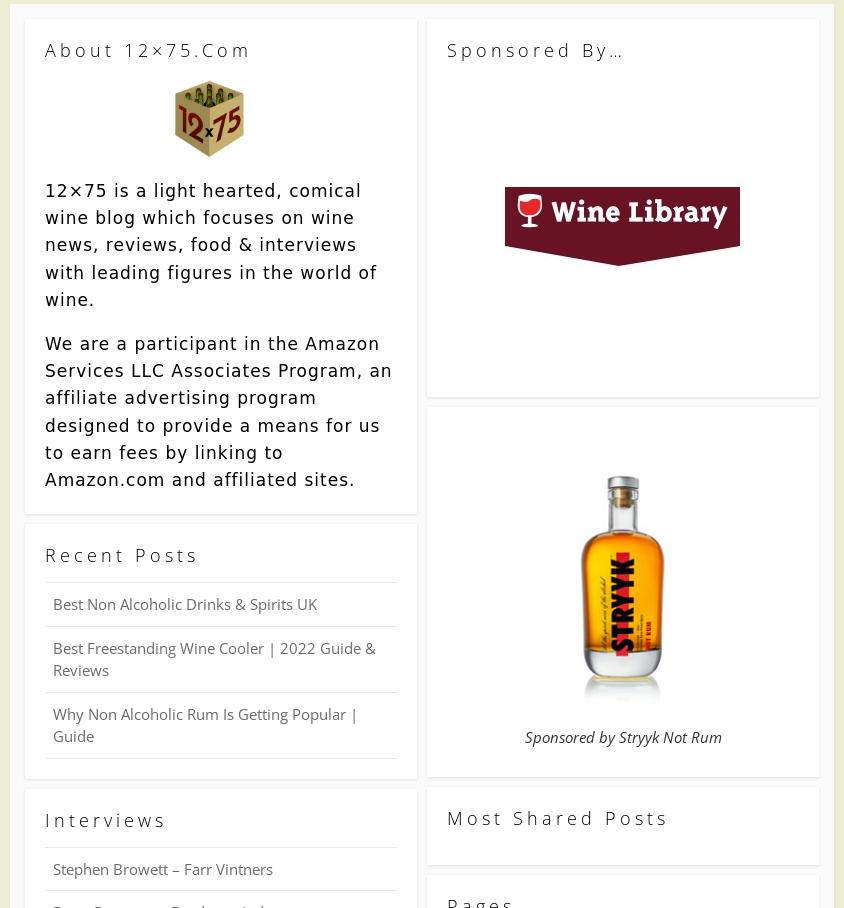 This screenshot has width=844, height=908. I want to click on 'Best Freestanding Wine Cooler | 2022 Guide & Reviews', so click(213, 658).